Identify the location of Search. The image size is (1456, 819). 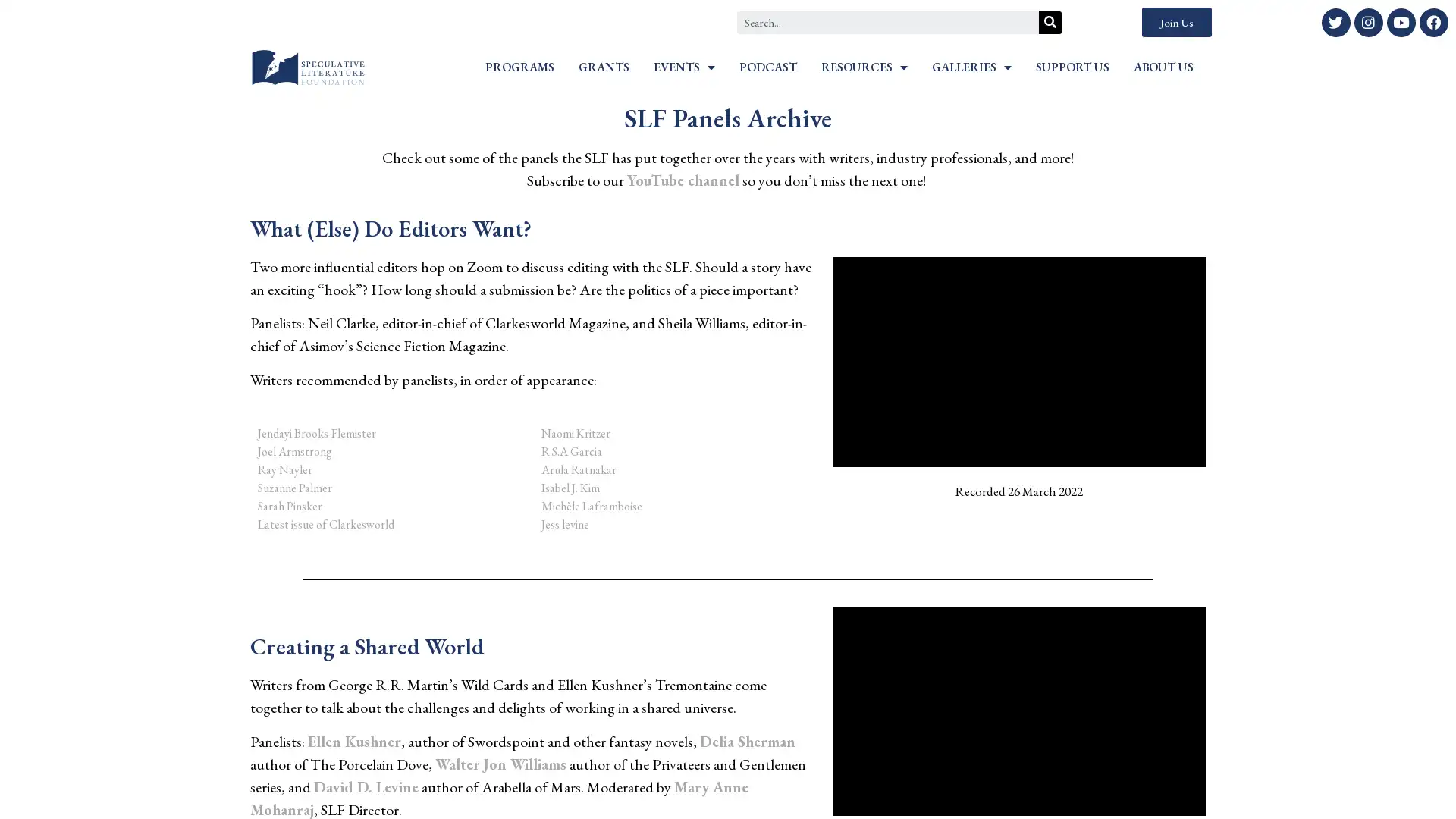
(1050, 22).